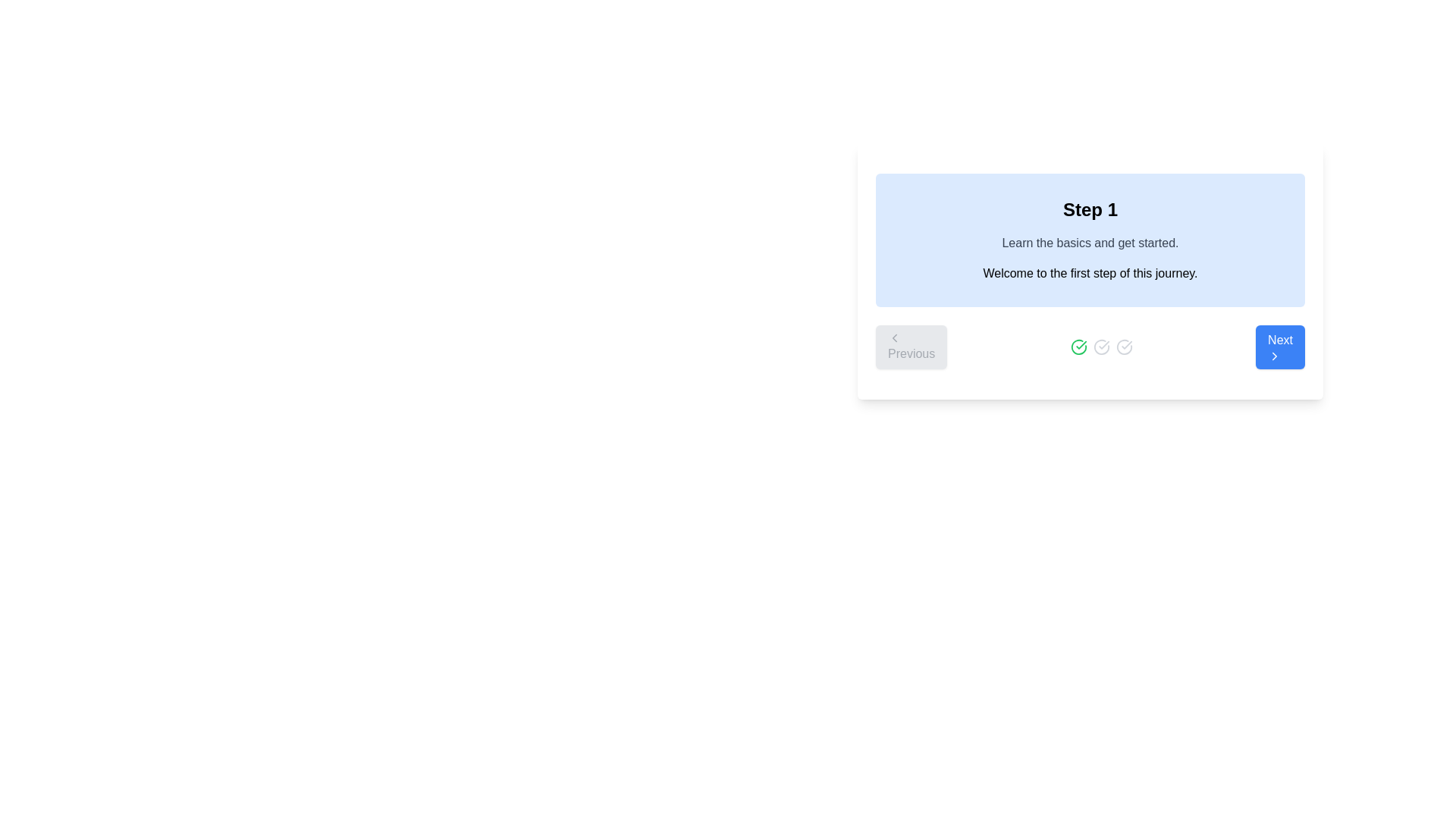 The height and width of the screenshot is (819, 1456). I want to click on the static text element that reads 'Welcome to the first step of this journey.', which is styled with a standard font and contained within a light blue background box with rounded corners, so click(1090, 274).